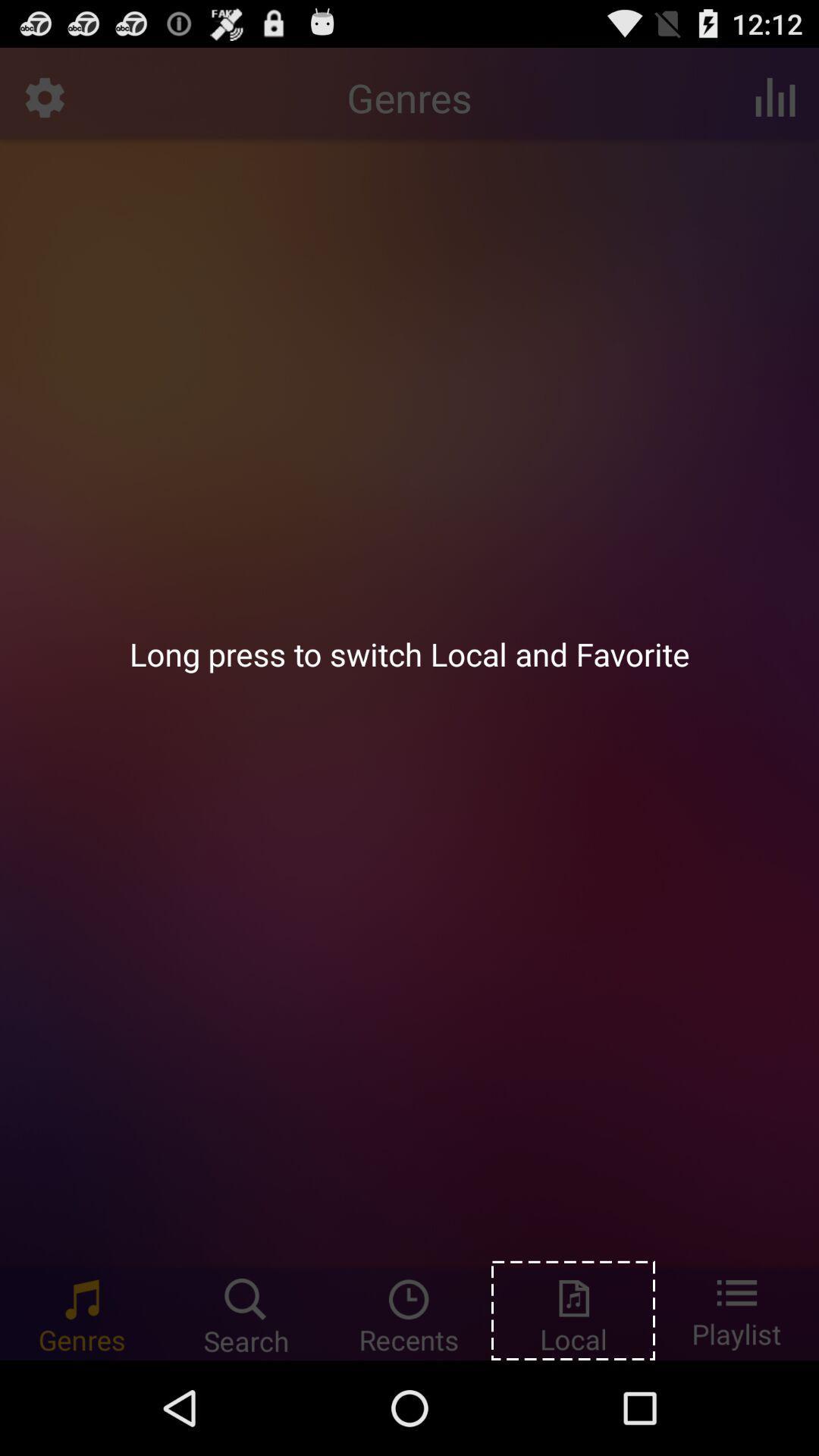 The height and width of the screenshot is (1456, 819). Describe the element at coordinates (775, 96) in the screenshot. I see `the item to the right of the genres item` at that location.